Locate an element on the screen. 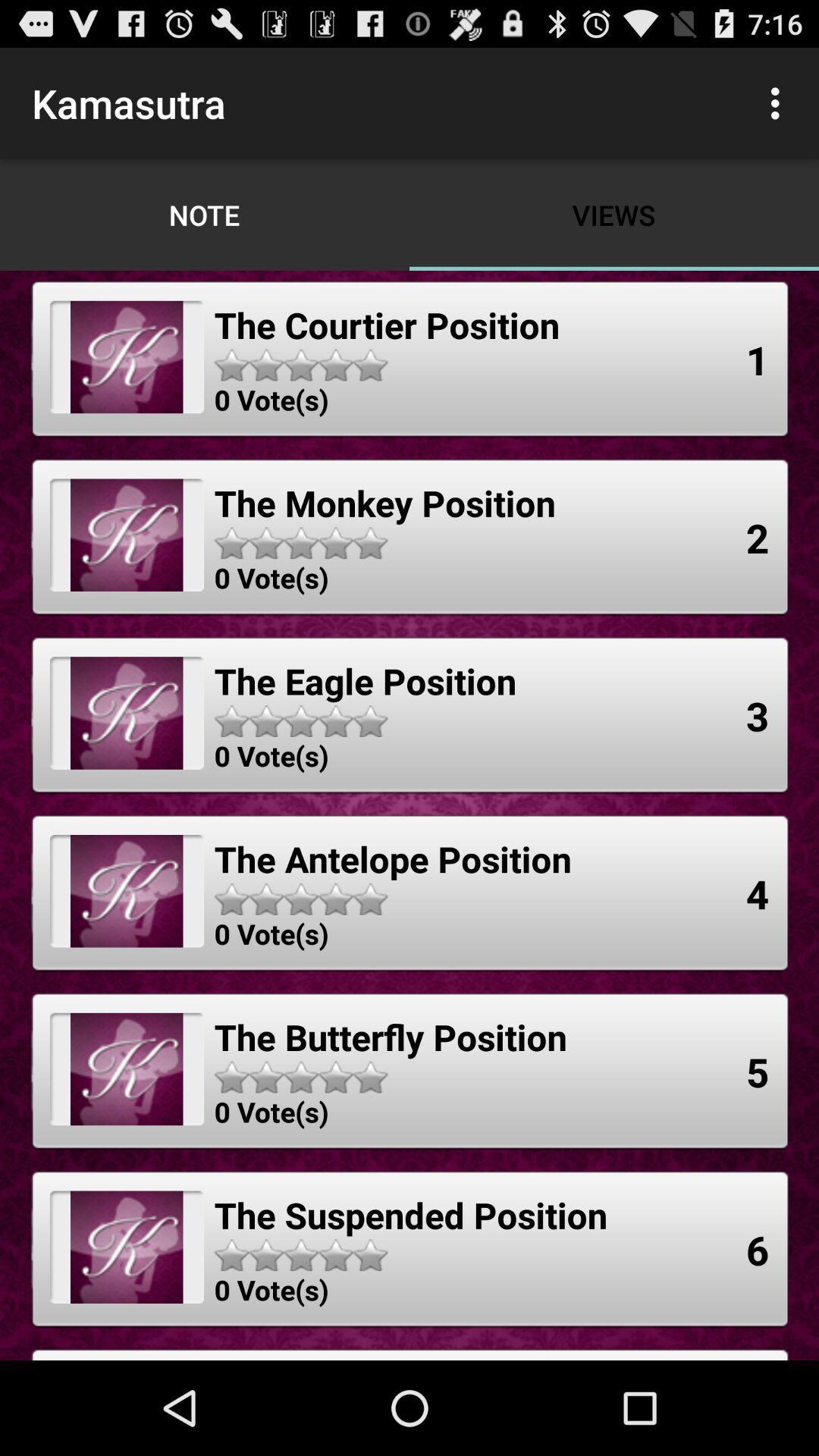  4 app is located at coordinates (758, 893).